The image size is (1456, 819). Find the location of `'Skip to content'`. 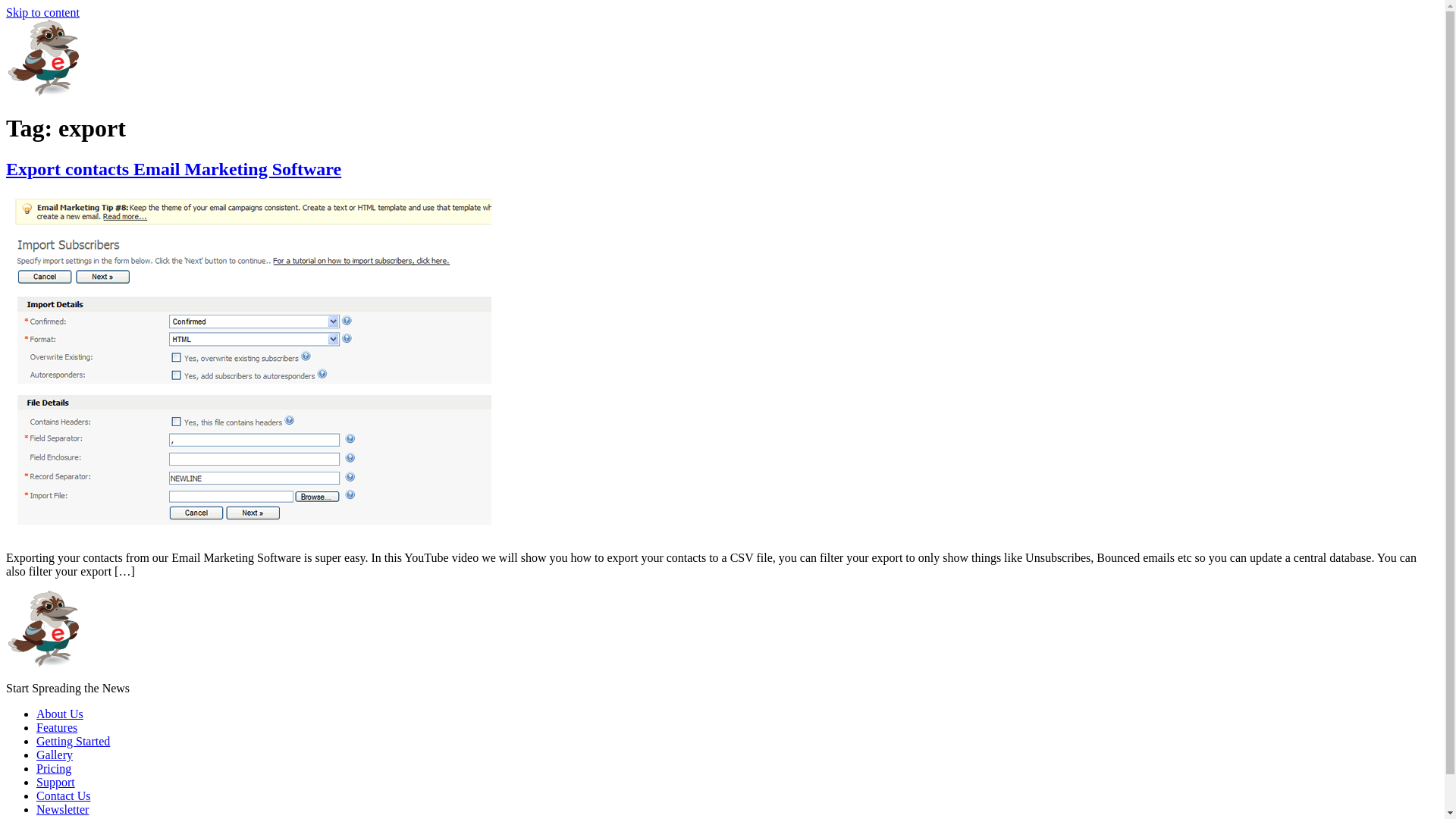

'Skip to content' is located at coordinates (42, 12).